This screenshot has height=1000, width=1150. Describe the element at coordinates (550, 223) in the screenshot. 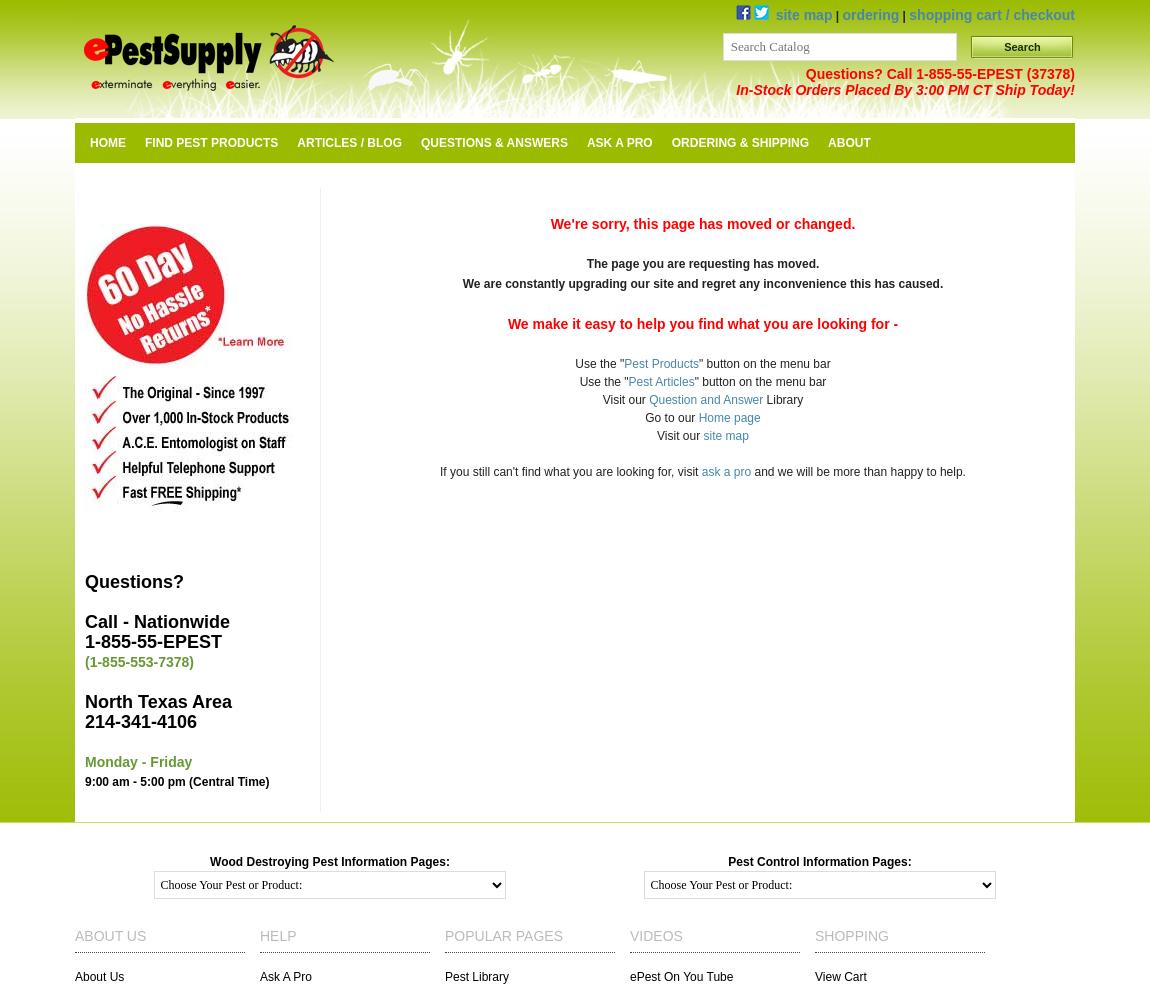

I see `'We're sorry, this page has moved or changed.'` at that location.